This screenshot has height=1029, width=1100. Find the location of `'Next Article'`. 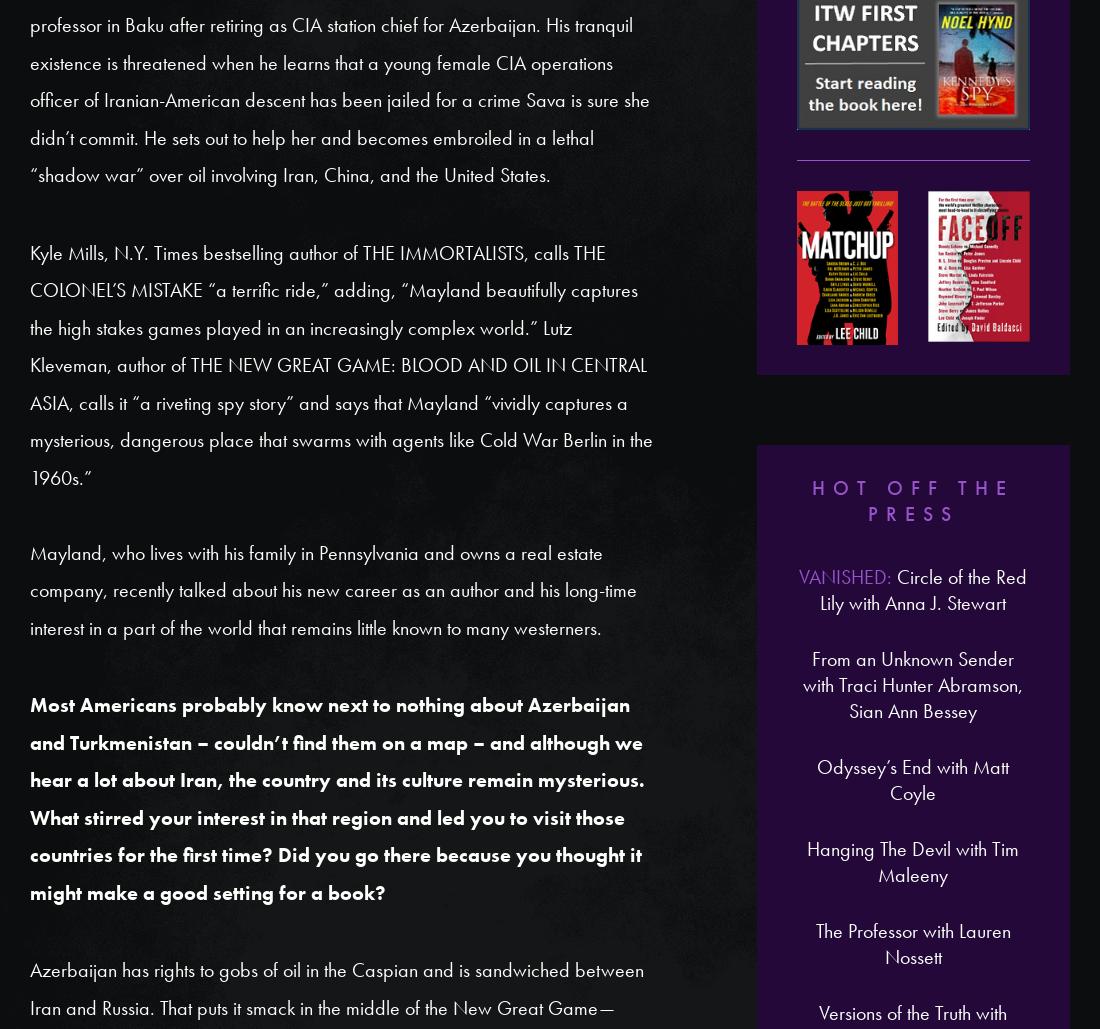

'Next Article' is located at coordinates (608, 956).